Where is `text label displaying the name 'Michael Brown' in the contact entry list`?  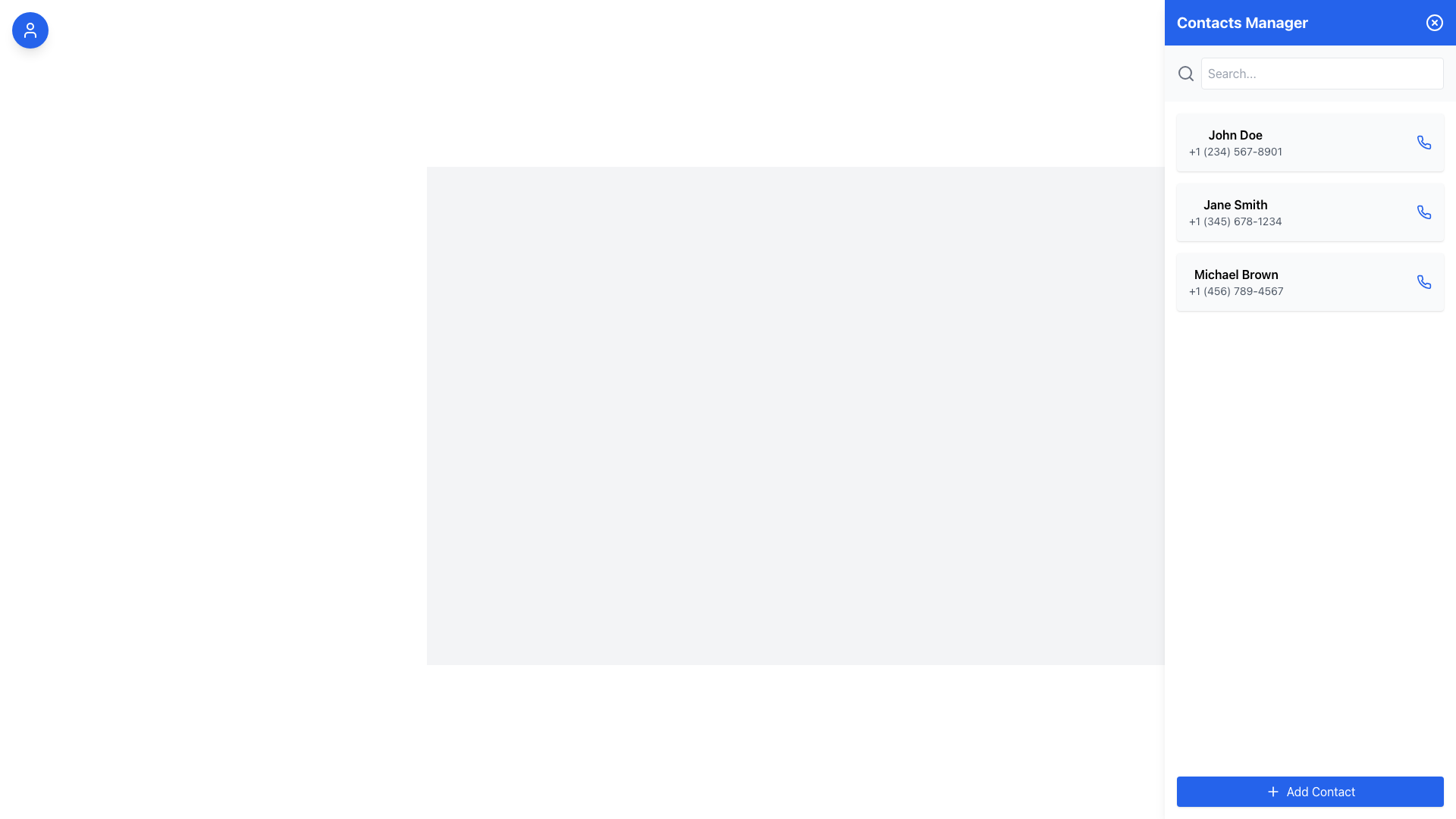 text label displaying the name 'Michael Brown' in the contact entry list is located at coordinates (1236, 275).